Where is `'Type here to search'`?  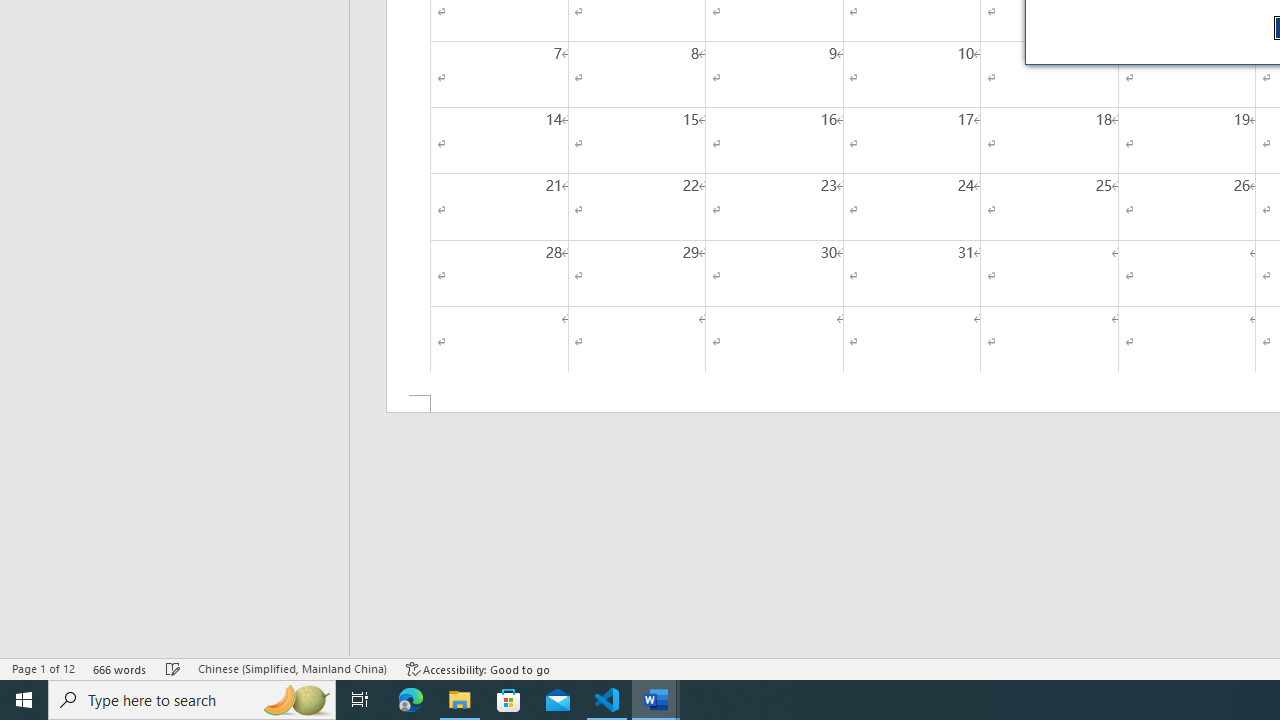
'Type here to search' is located at coordinates (192, 698).